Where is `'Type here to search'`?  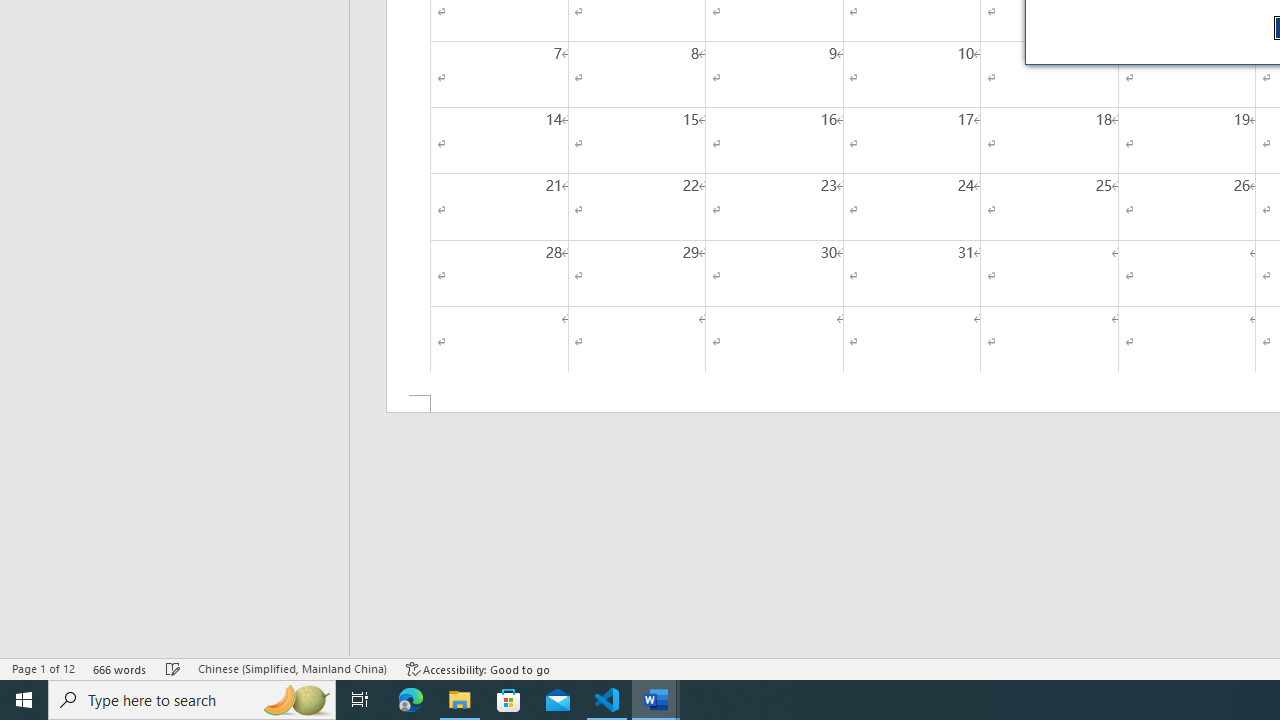
'Type here to search' is located at coordinates (192, 698).